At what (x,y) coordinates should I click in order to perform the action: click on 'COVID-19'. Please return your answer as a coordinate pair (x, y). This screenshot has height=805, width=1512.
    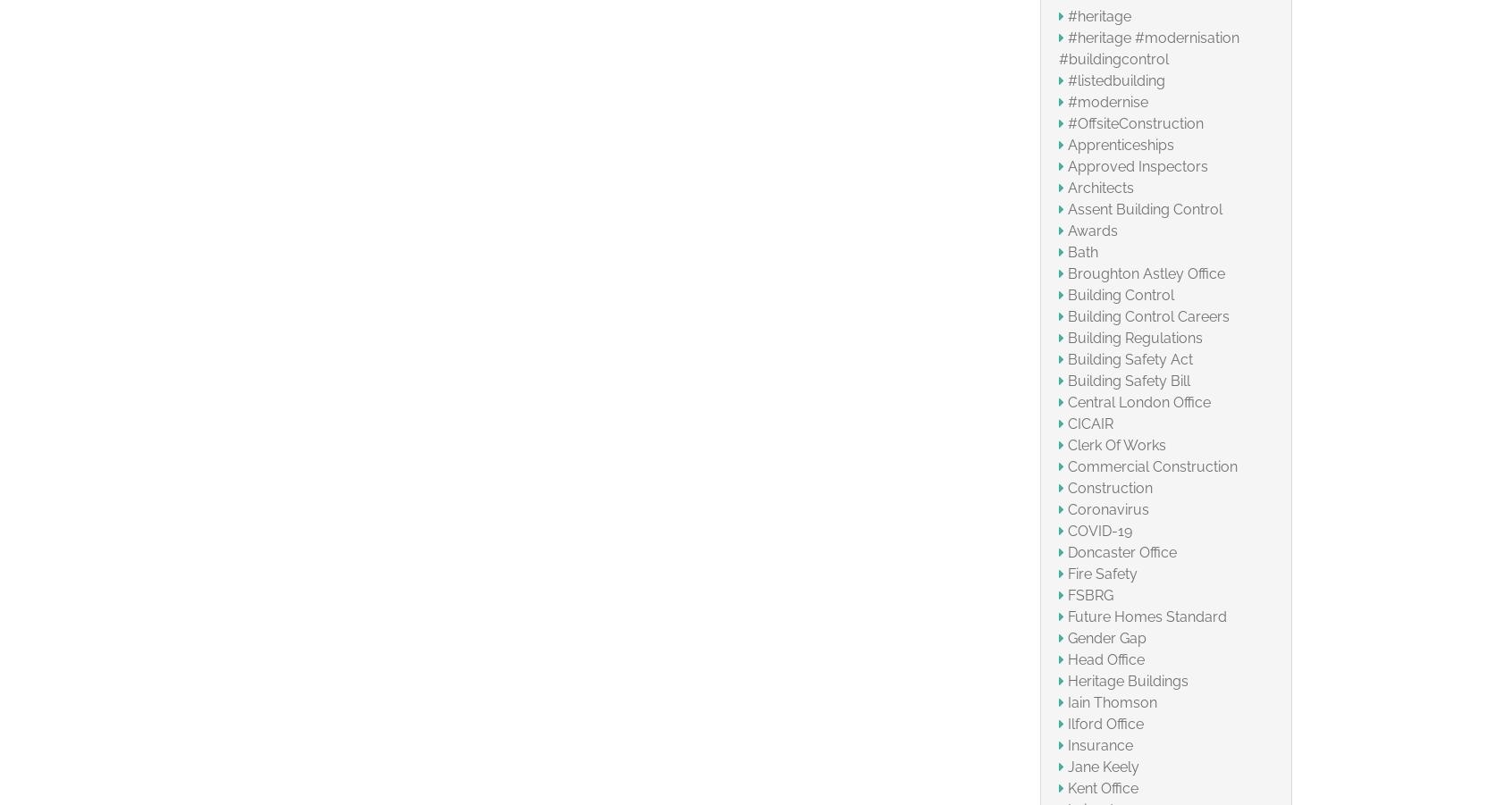
    Looking at the image, I should click on (1099, 529).